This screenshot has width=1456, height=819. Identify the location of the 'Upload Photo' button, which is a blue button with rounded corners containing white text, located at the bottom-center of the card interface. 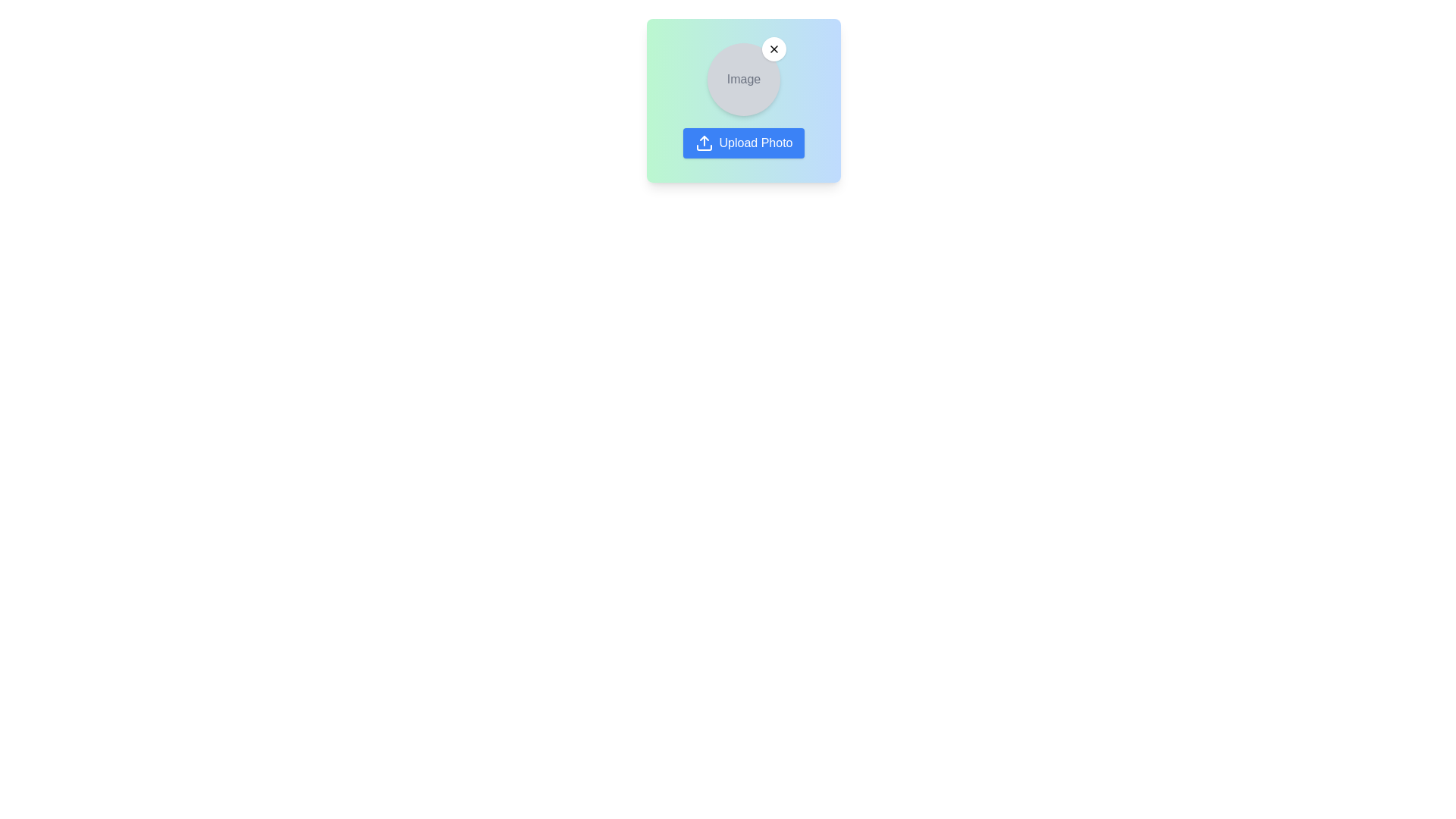
(756, 143).